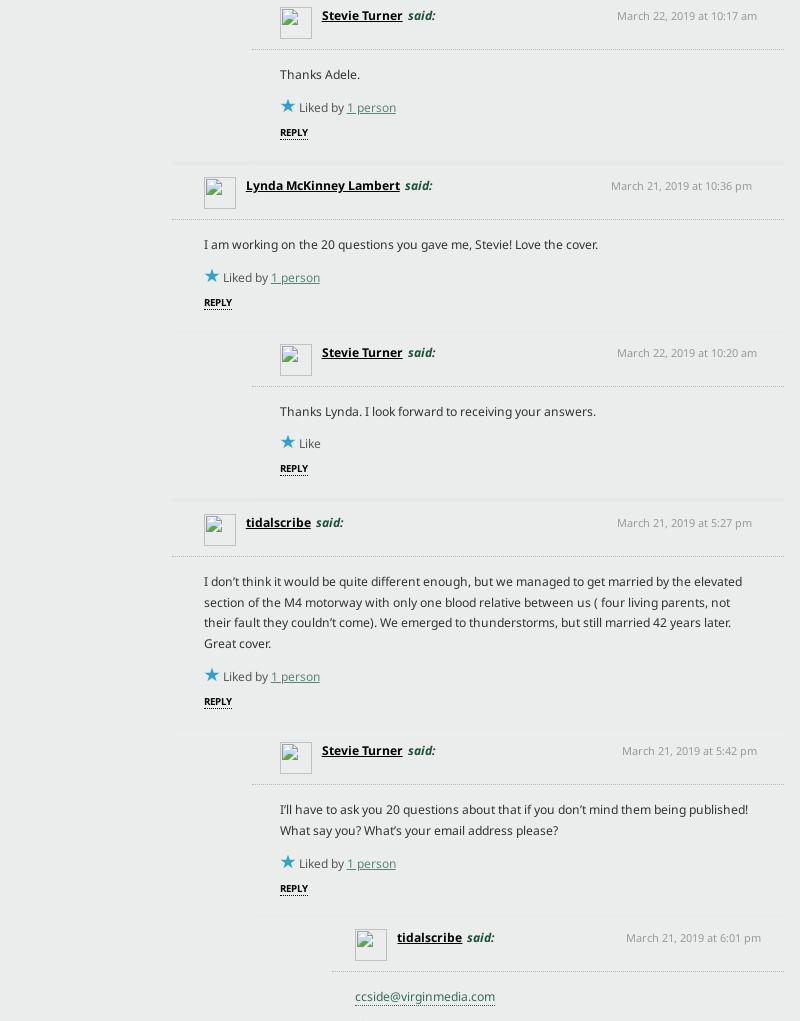 The height and width of the screenshot is (1021, 800). Describe the element at coordinates (616, 521) in the screenshot. I see `'March 21, 2019 at 5:27 pm'` at that location.